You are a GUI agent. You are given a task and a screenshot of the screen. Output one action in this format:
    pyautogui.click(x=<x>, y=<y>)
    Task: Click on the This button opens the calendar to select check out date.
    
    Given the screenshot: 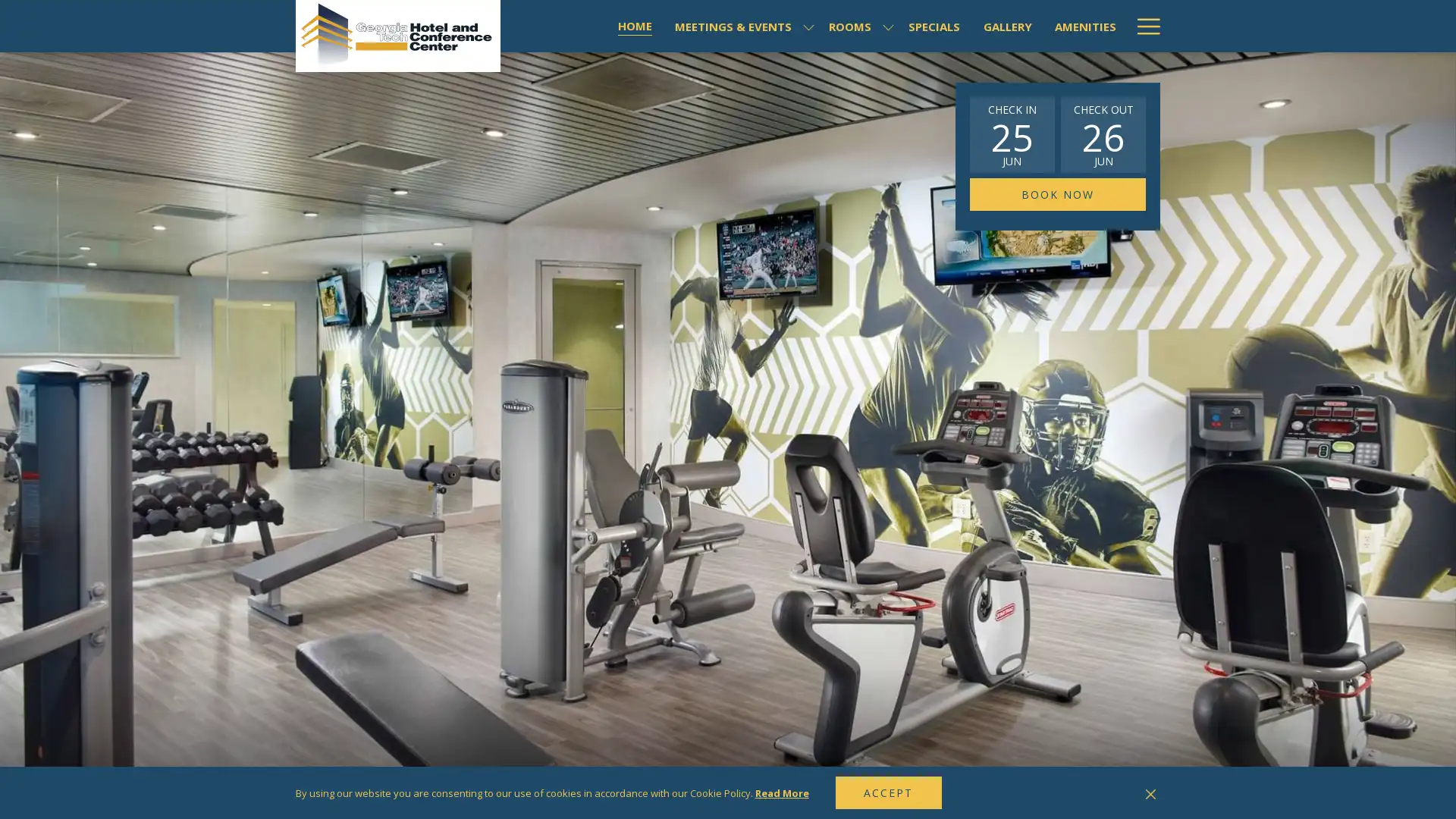 What is the action you would take?
    pyautogui.click(x=1103, y=133)
    